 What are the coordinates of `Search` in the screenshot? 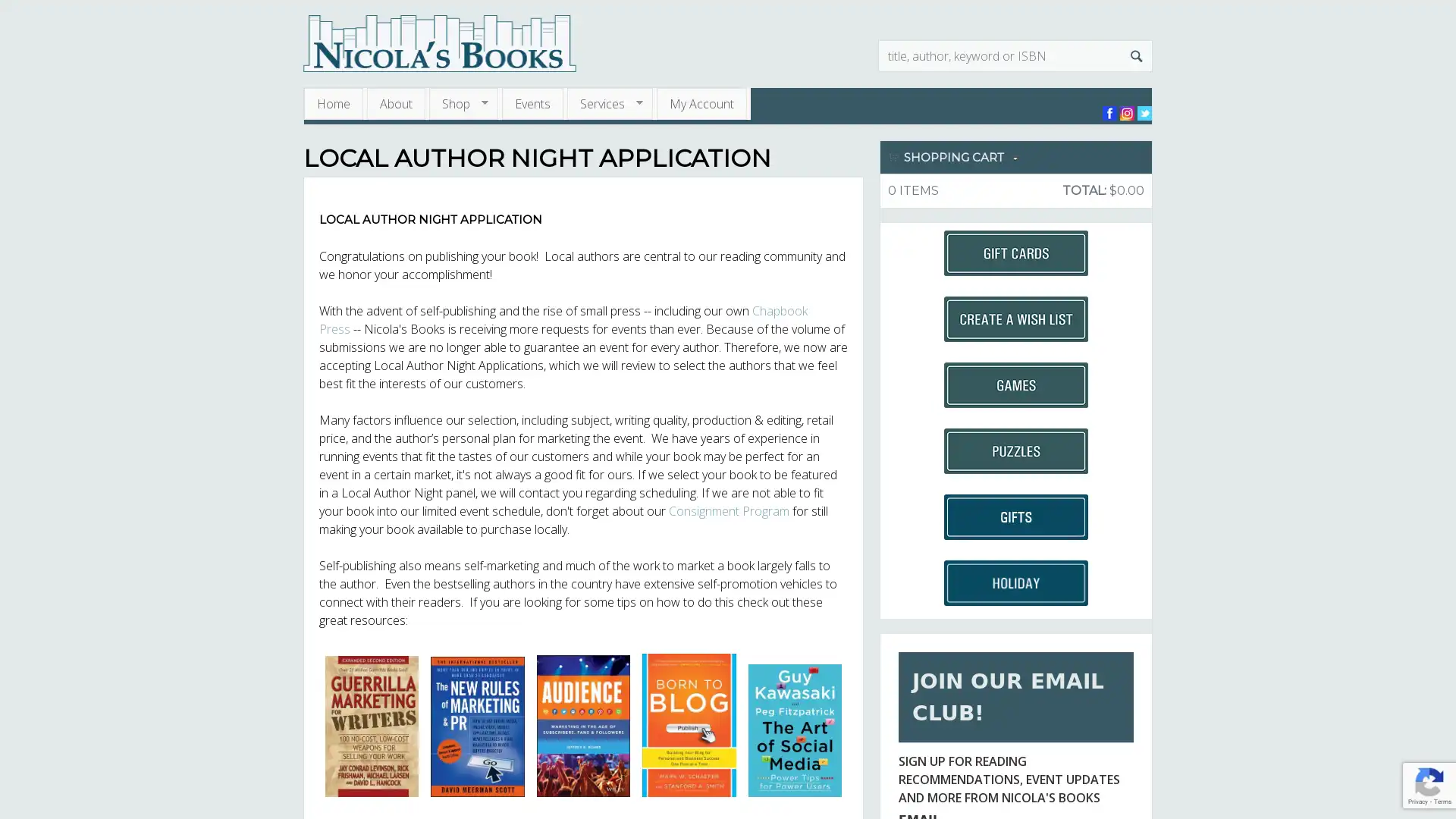 It's located at (1136, 55).